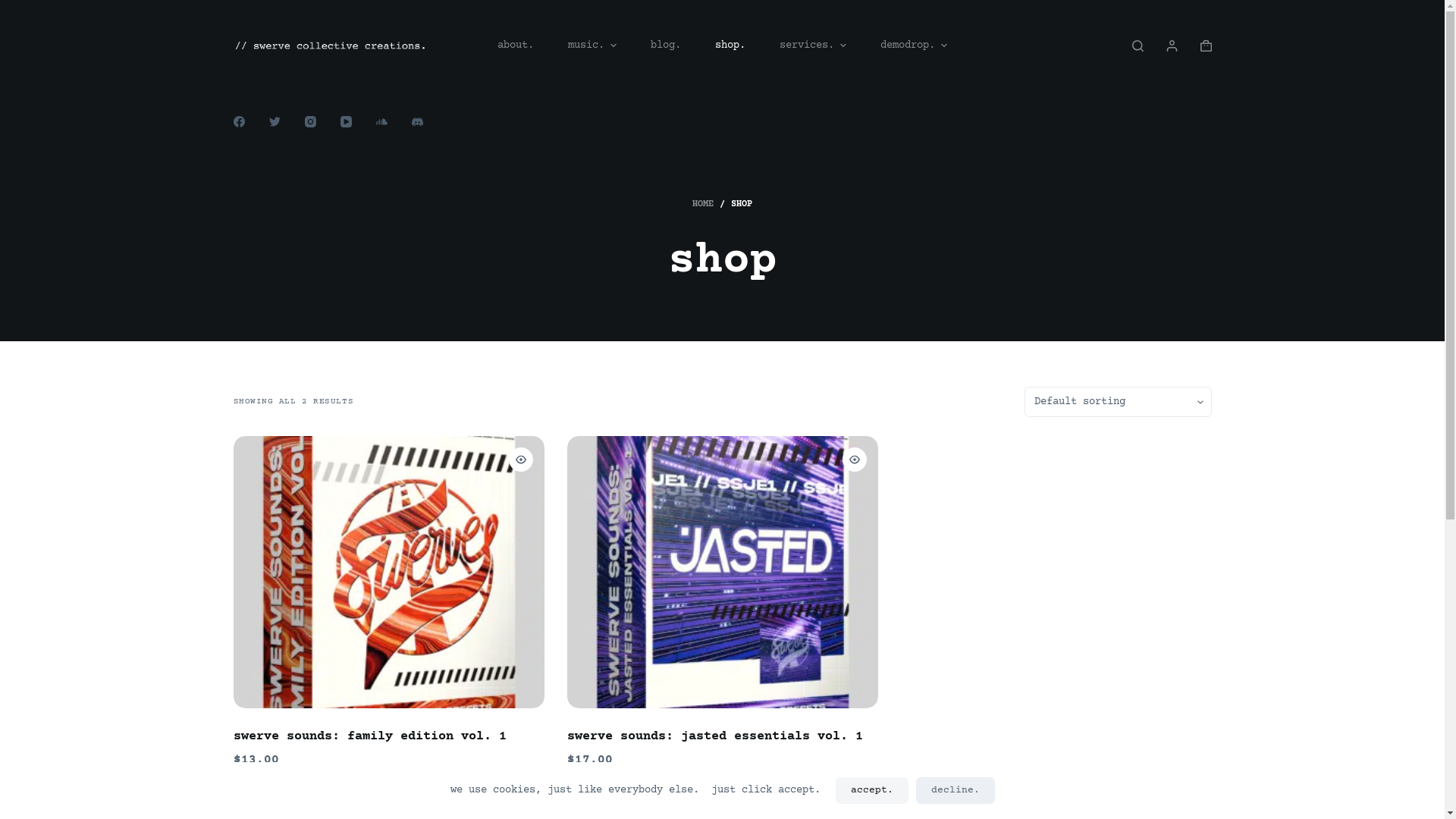 The image size is (1456, 819). What do you see at coordinates (666, 45) in the screenshot?
I see `'blog.'` at bounding box center [666, 45].